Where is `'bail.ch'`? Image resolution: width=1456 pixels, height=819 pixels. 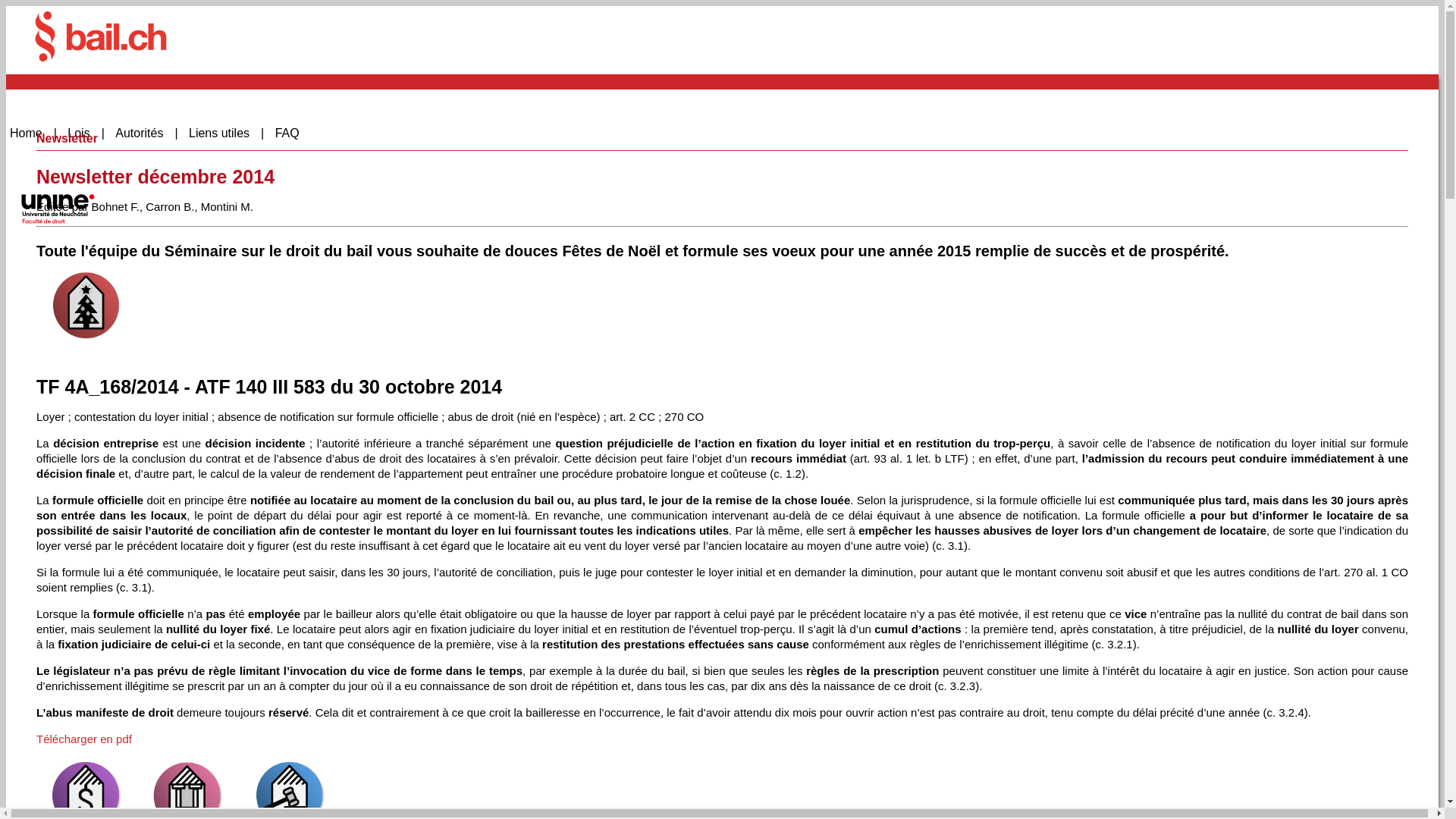
'bail.ch' is located at coordinates (100, 35).